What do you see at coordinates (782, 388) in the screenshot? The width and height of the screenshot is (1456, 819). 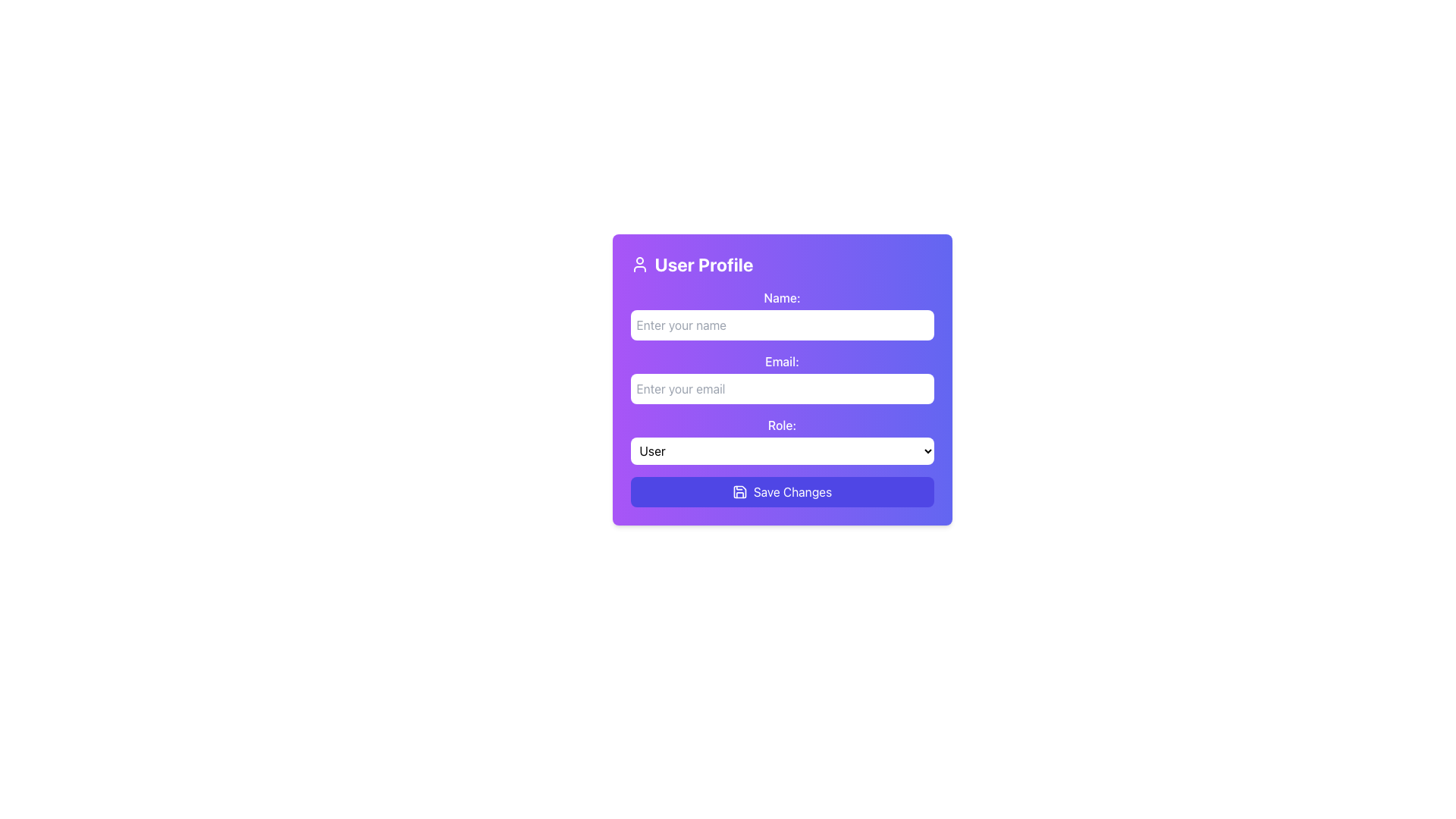 I see `the email input field in the 'User Profile' form` at bounding box center [782, 388].